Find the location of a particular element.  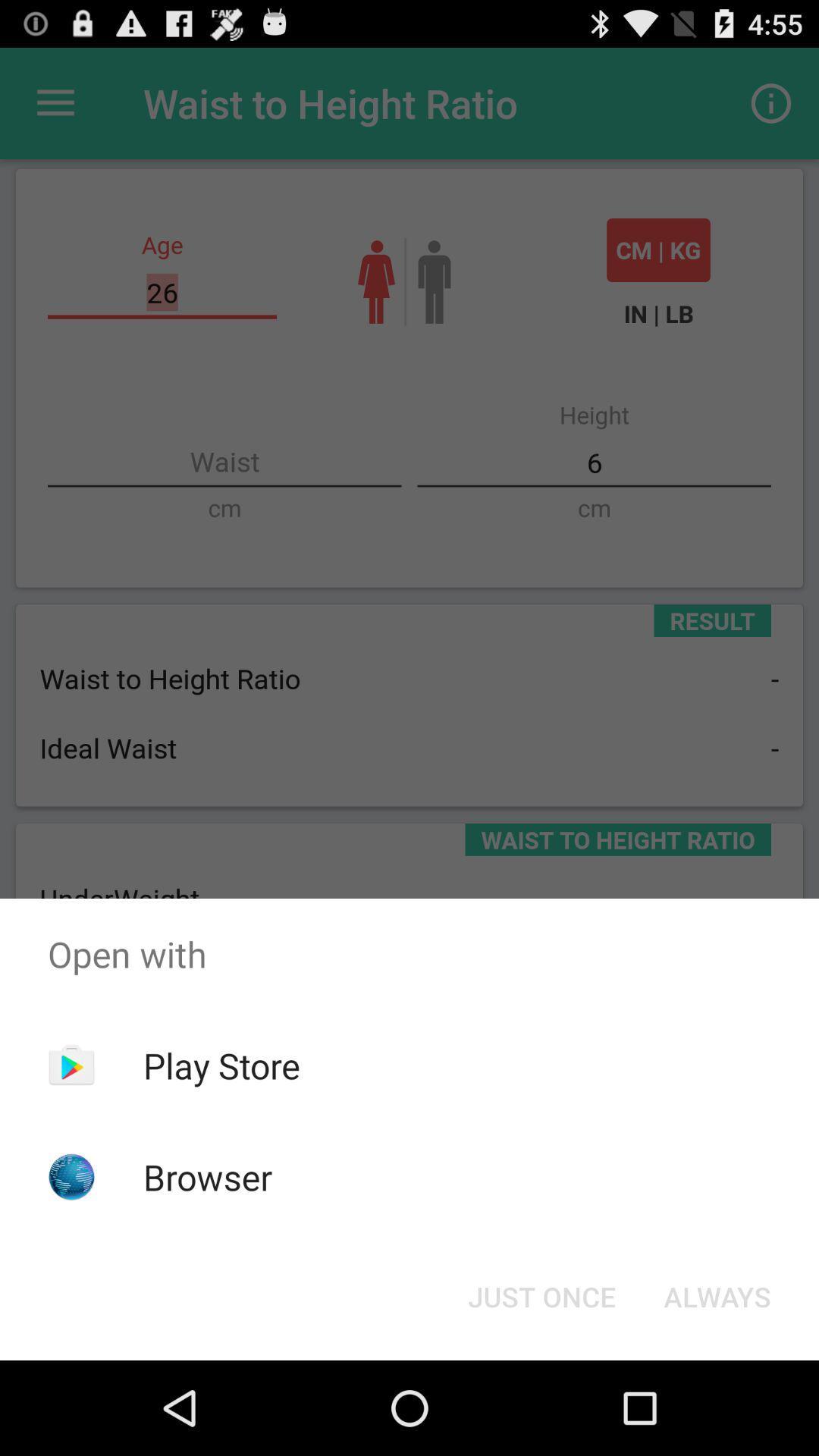

play store app is located at coordinates (221, 1065).